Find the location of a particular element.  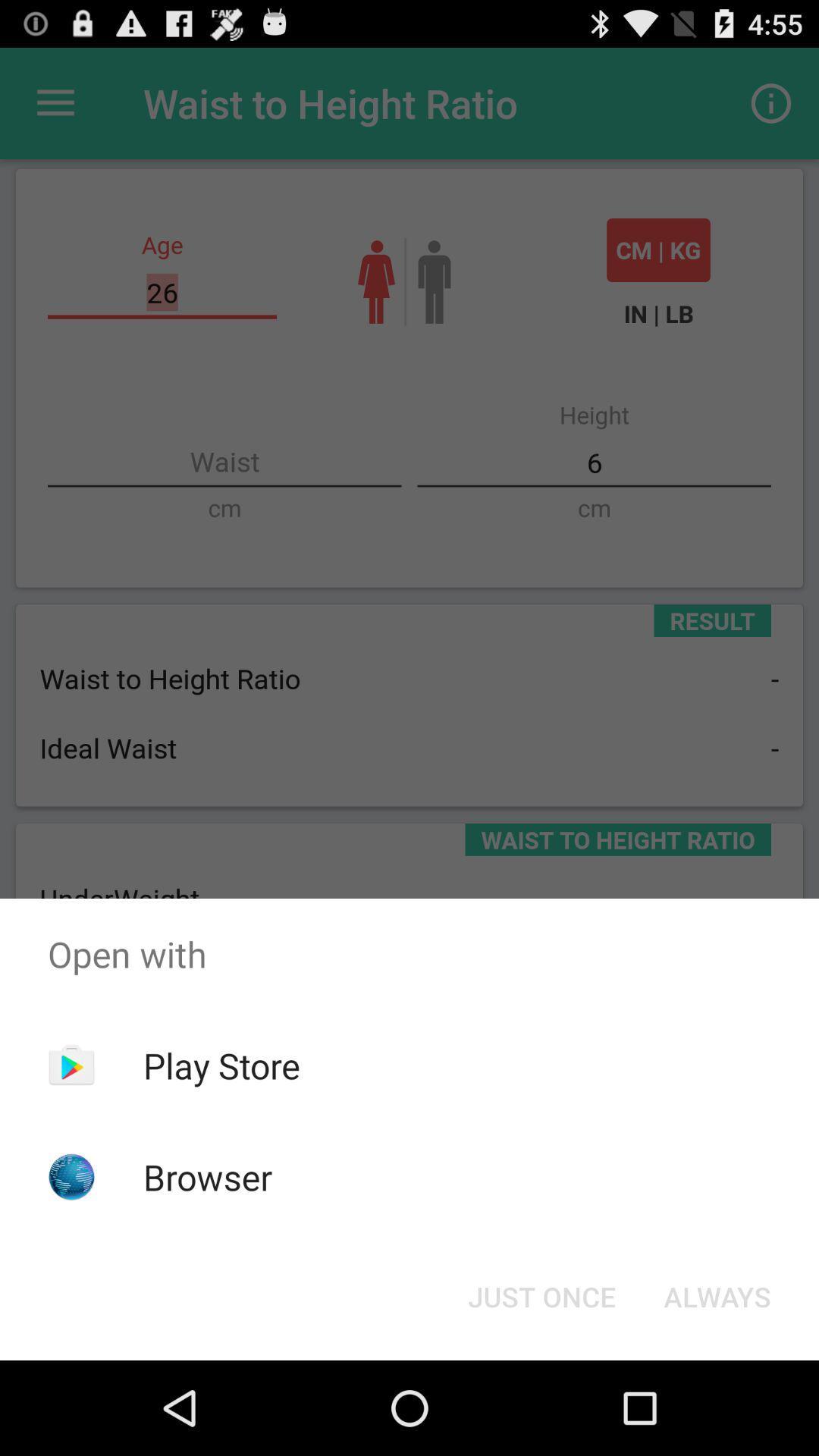

play store app is located at coordinates (221, 1065).